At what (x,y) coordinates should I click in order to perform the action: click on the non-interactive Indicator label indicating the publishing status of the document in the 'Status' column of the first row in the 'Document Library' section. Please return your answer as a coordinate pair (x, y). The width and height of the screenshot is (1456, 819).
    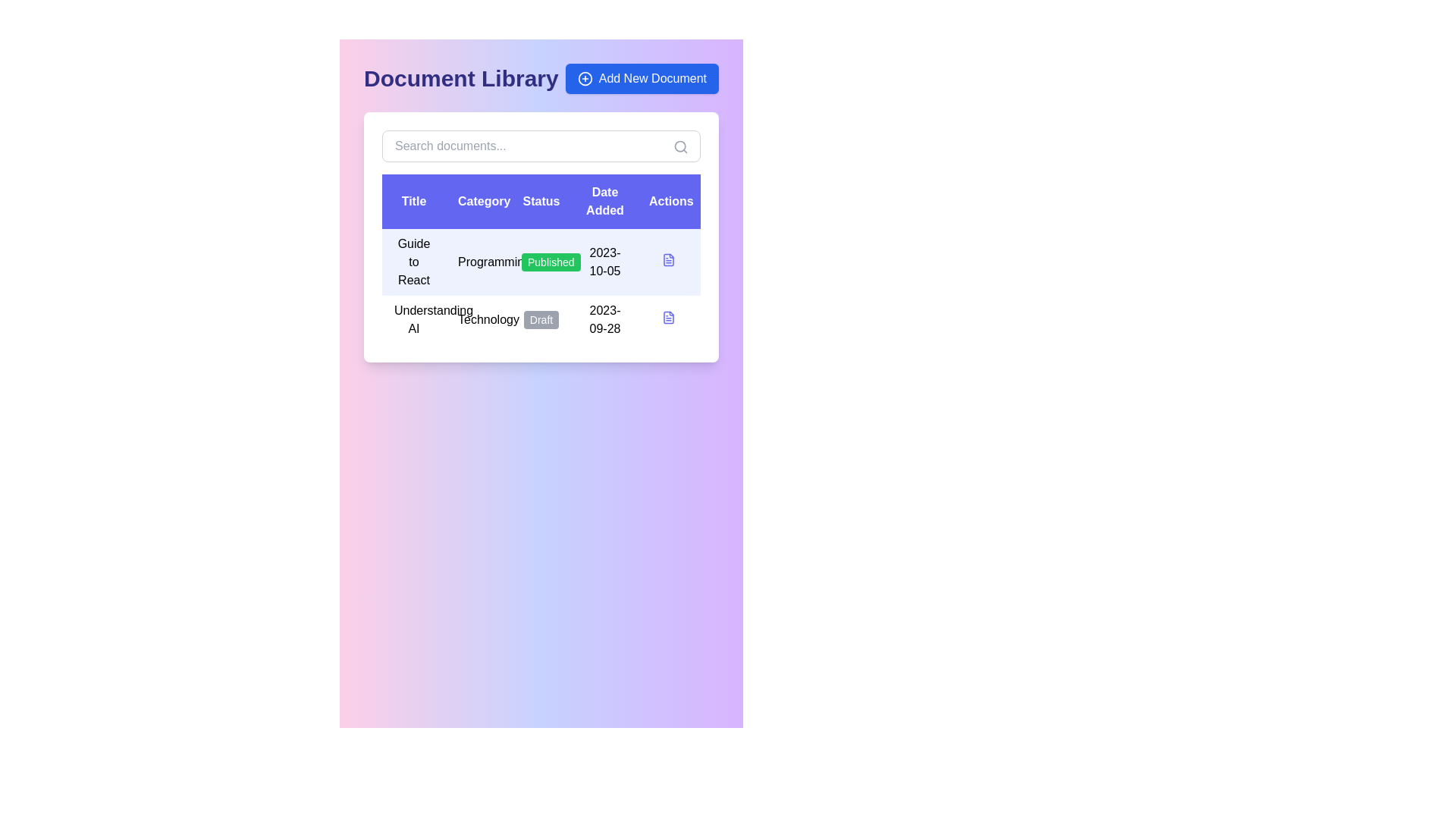
    Looking at the image, I should click on (550, 262).